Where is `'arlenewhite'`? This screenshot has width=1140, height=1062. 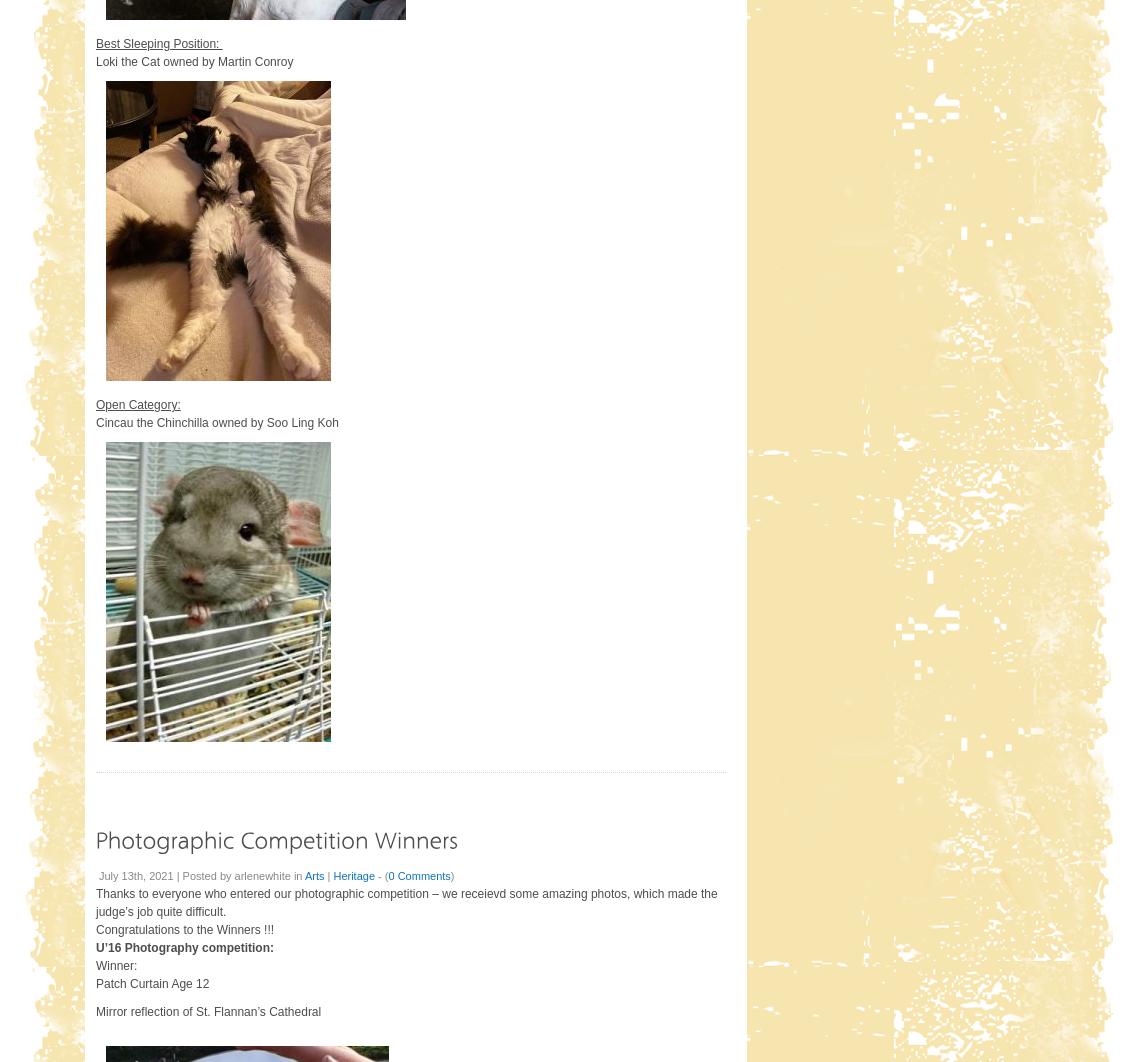
'arlenewhite' is located at coordinates (260, 873).